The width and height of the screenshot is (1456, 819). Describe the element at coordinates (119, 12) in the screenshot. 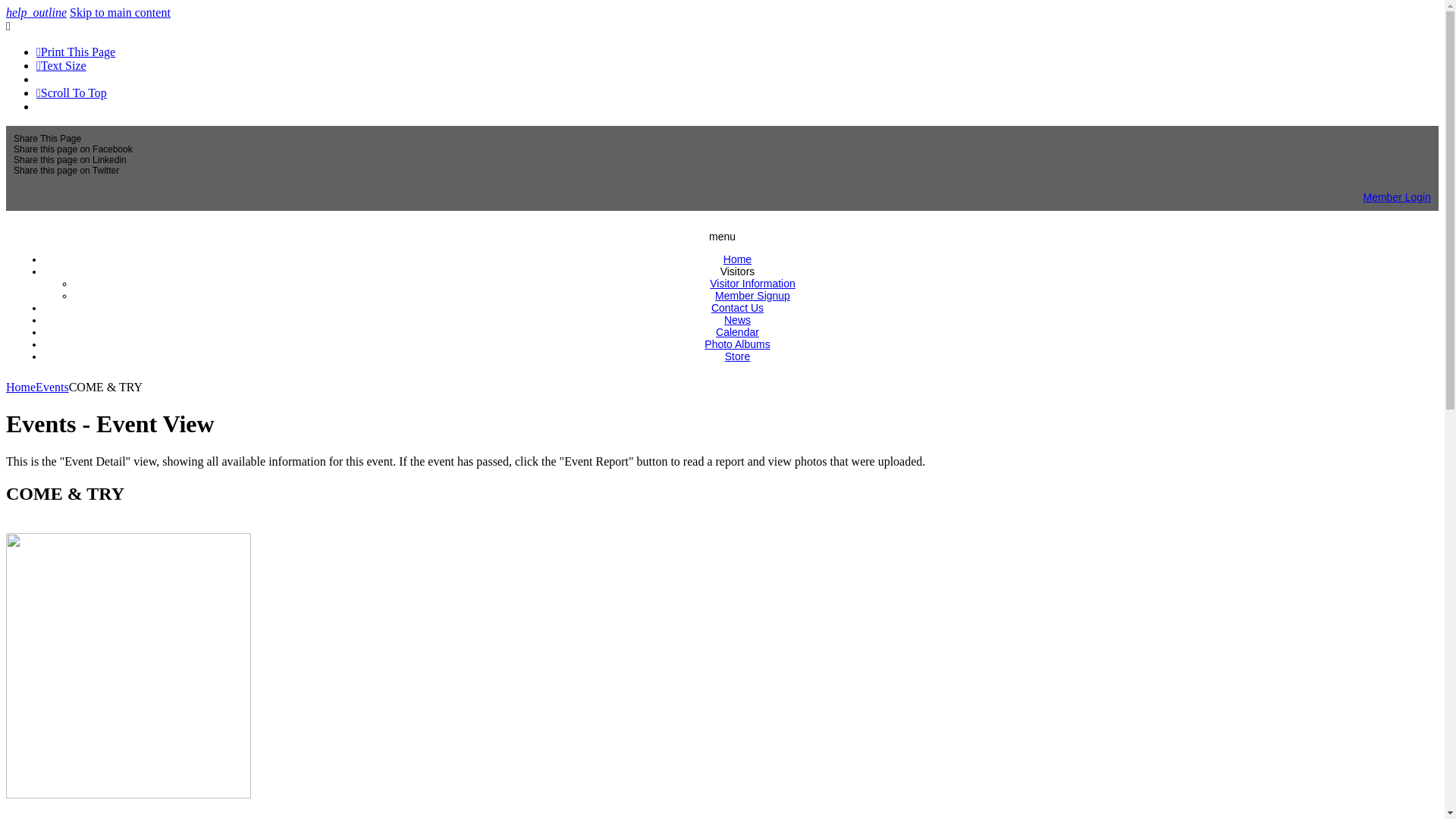

I see `'Skip to main content'` at that location.